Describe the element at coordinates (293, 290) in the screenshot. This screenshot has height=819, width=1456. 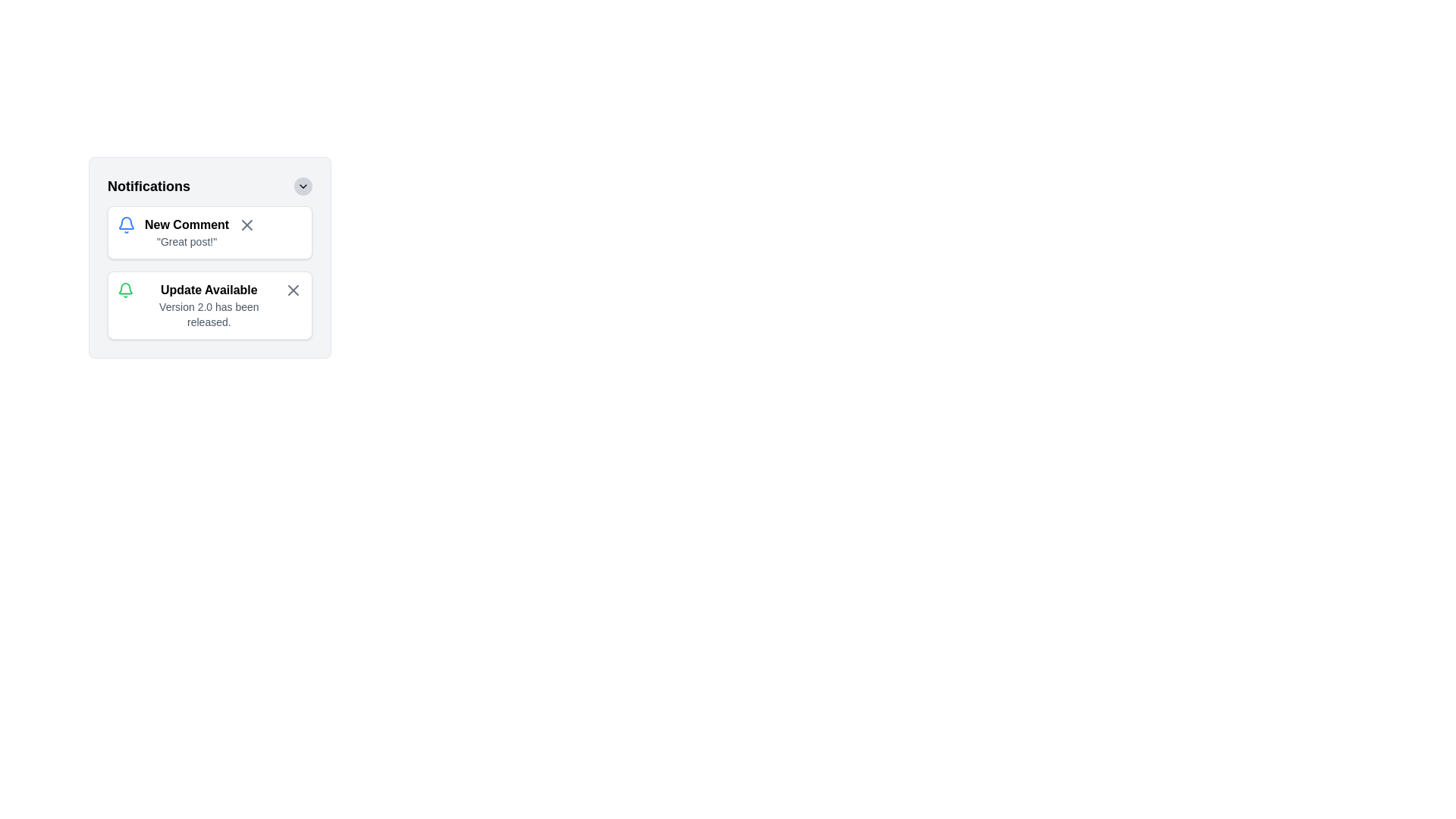
I see `the close button within the second notification entry under the 'Notifications' header, specifically the 'X' close icon in the 'Update Available' section` at that location.